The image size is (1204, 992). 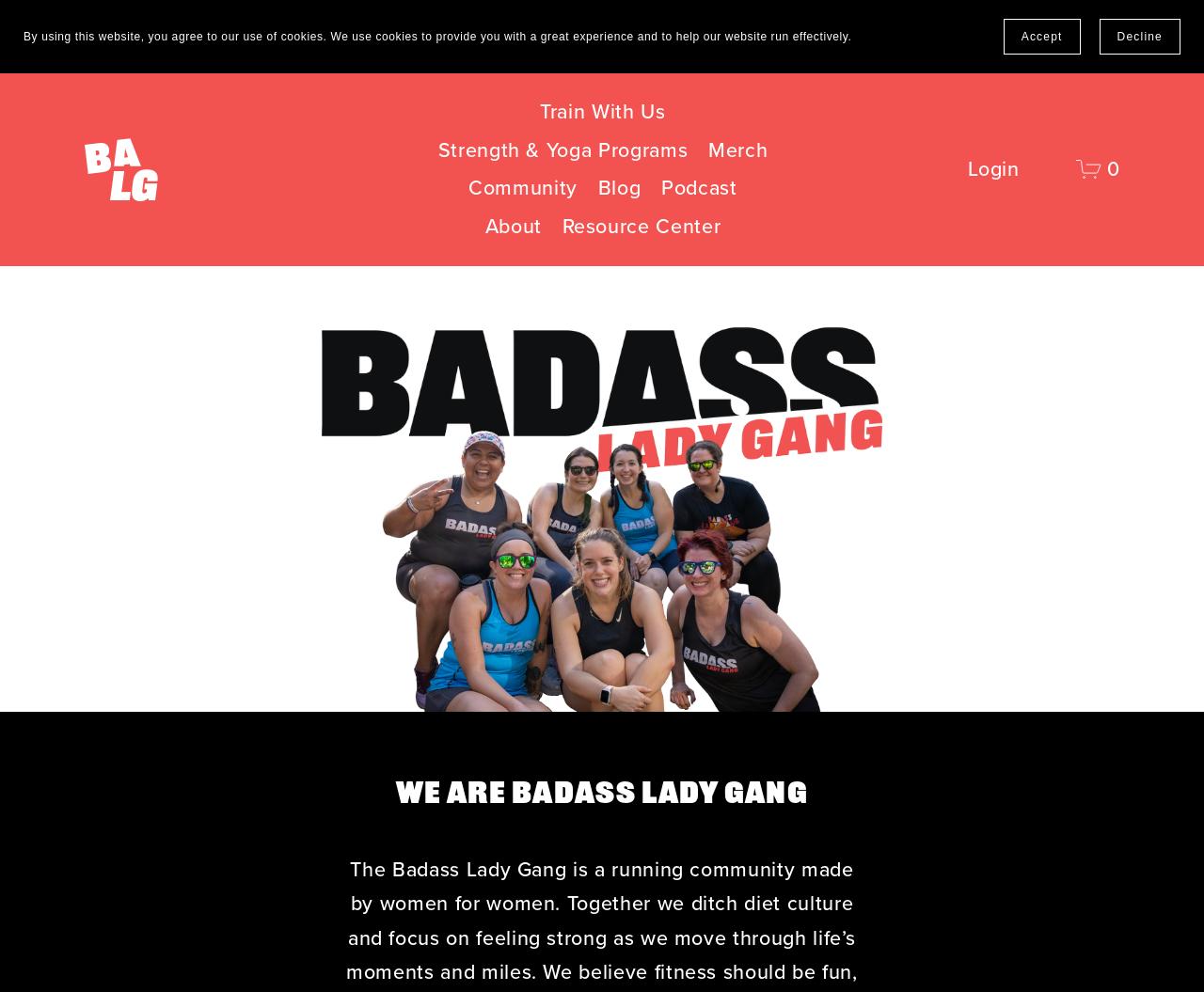 What do you see at coordinates (752, 421) in the screenshot?
I see `'Free Become A Runner 5k Running Plan'` at bounding box center [752, 421].